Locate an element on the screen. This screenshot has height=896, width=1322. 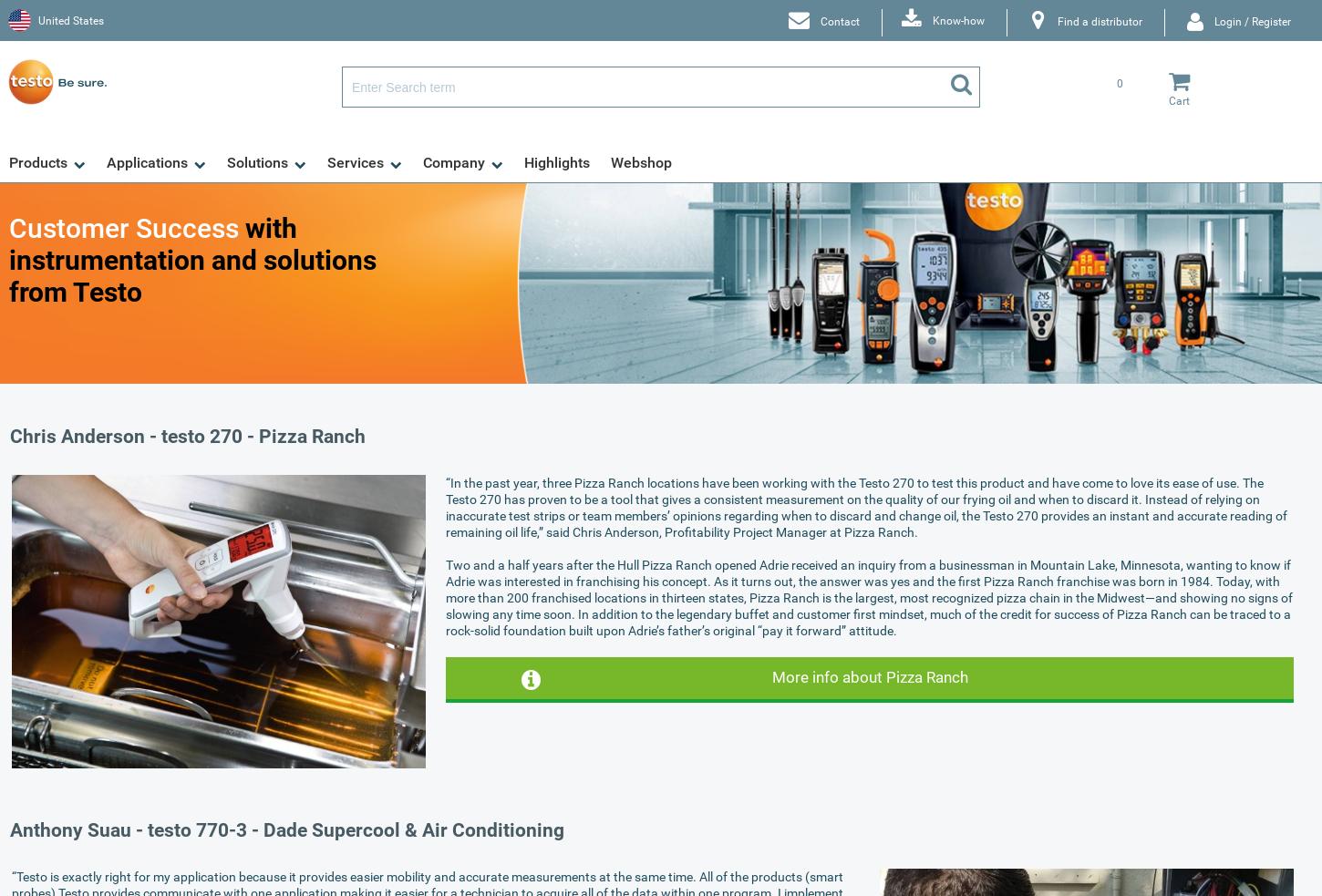
'More info about Pizza Ranch' is located at coordinates (868, 675).